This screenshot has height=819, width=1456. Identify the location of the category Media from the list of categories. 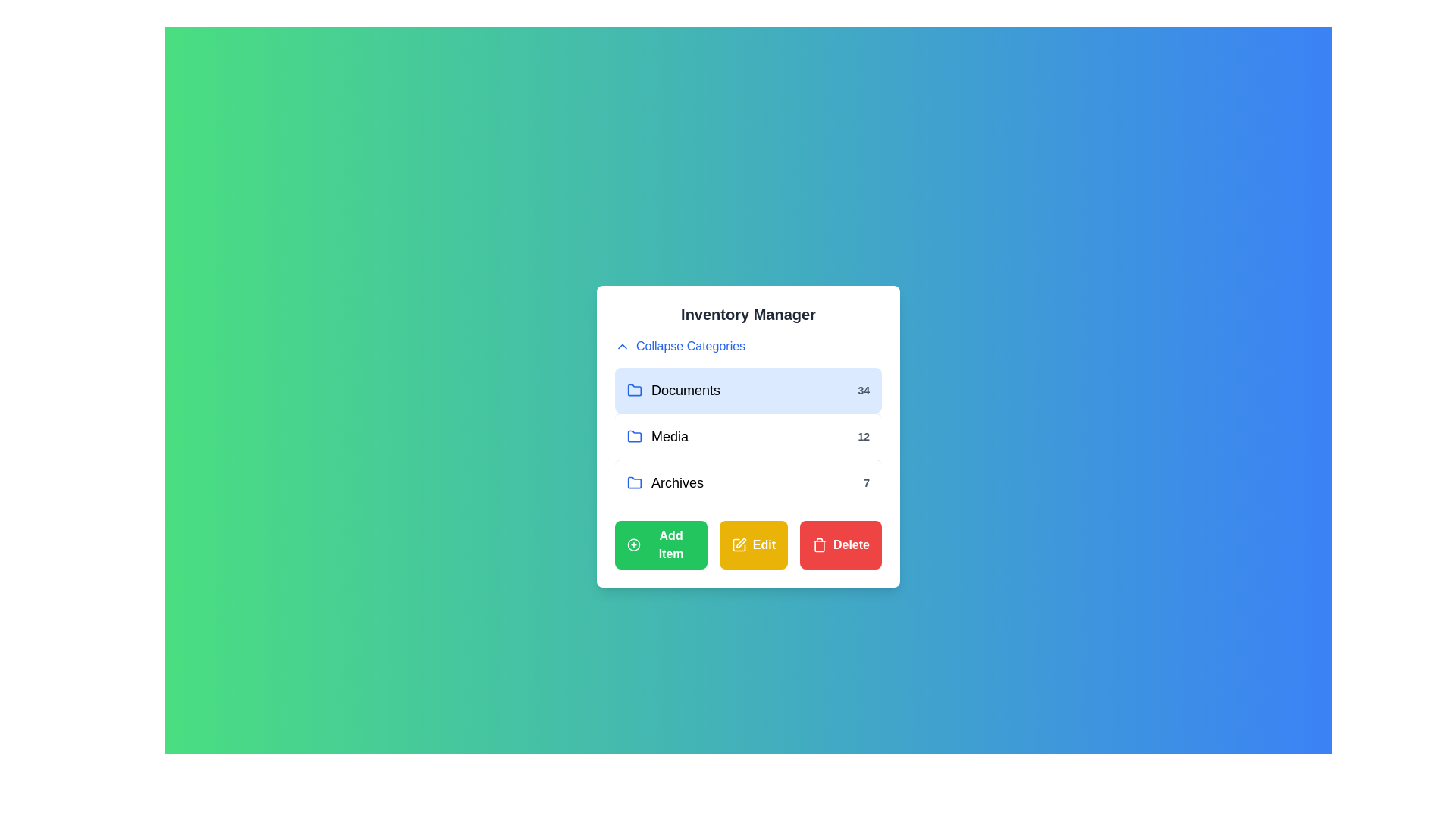
(748, 436).